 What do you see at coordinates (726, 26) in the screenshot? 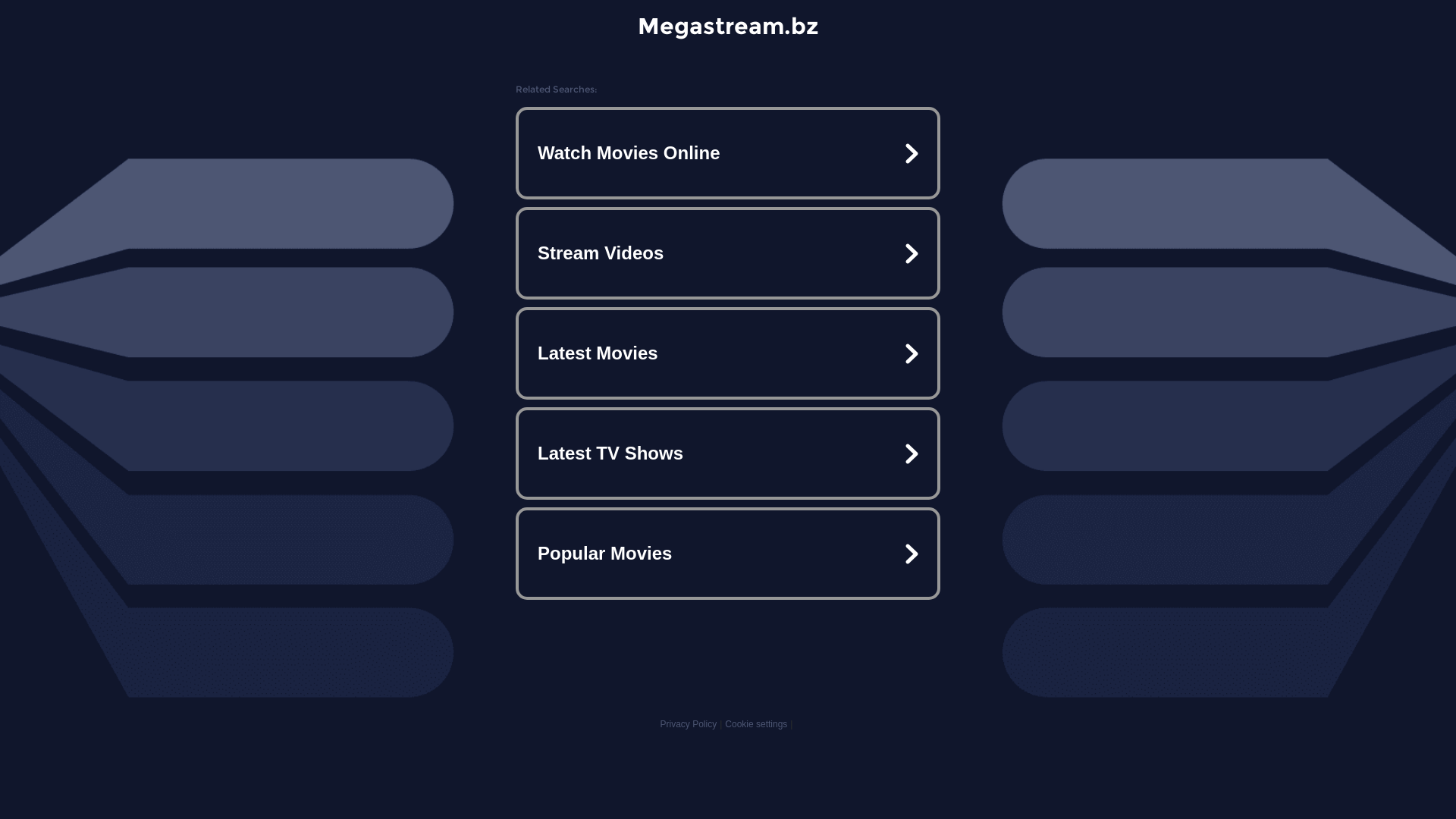
I see `'Megastream.bz'` at bounding box center [726, 26].